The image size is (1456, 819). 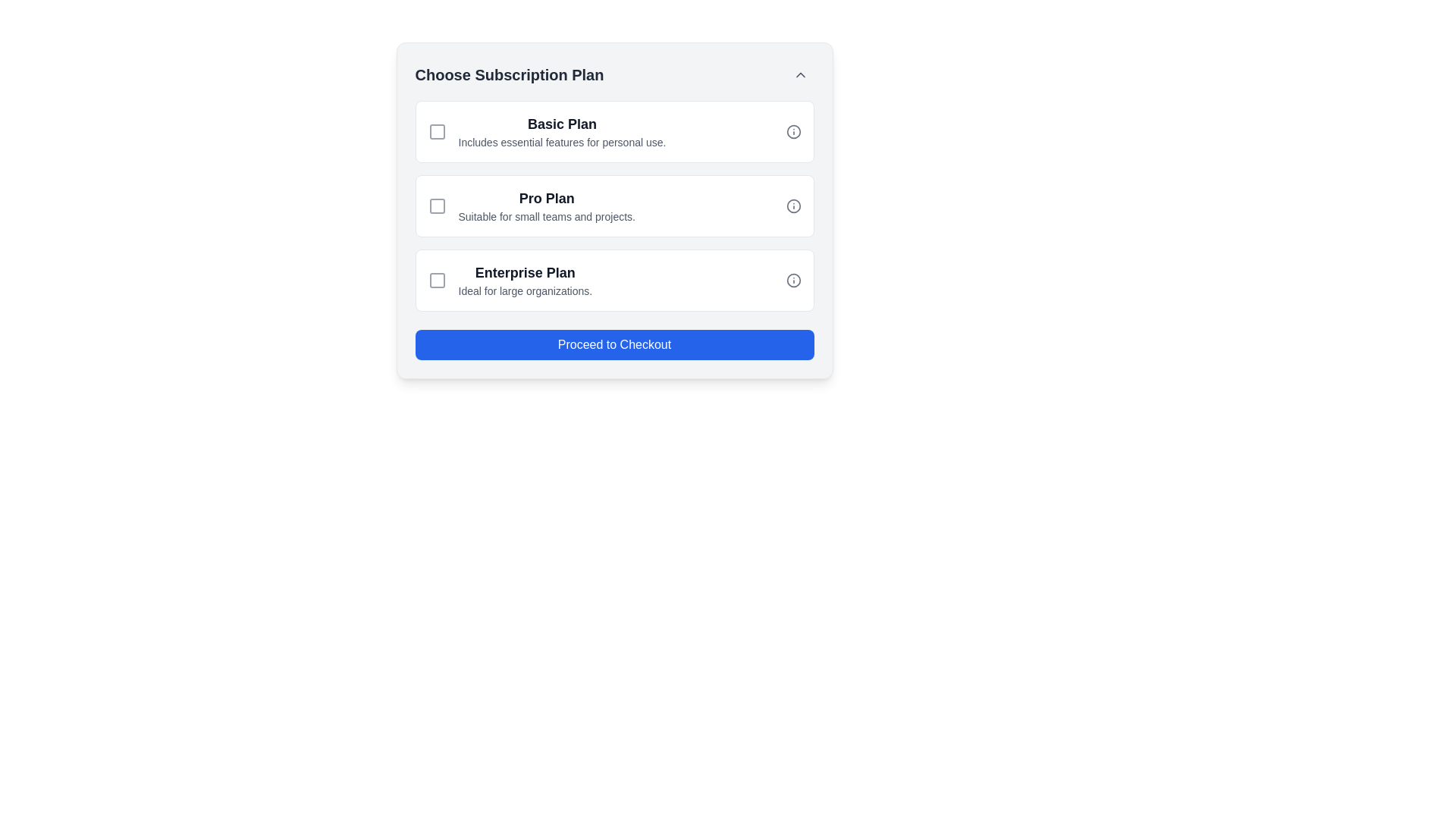 I want to click on text from the 'Choose Subscription Plan' label, which is displayed in bold and dark gray near the top of the subscription selection interface, so click(x=510, y=75).